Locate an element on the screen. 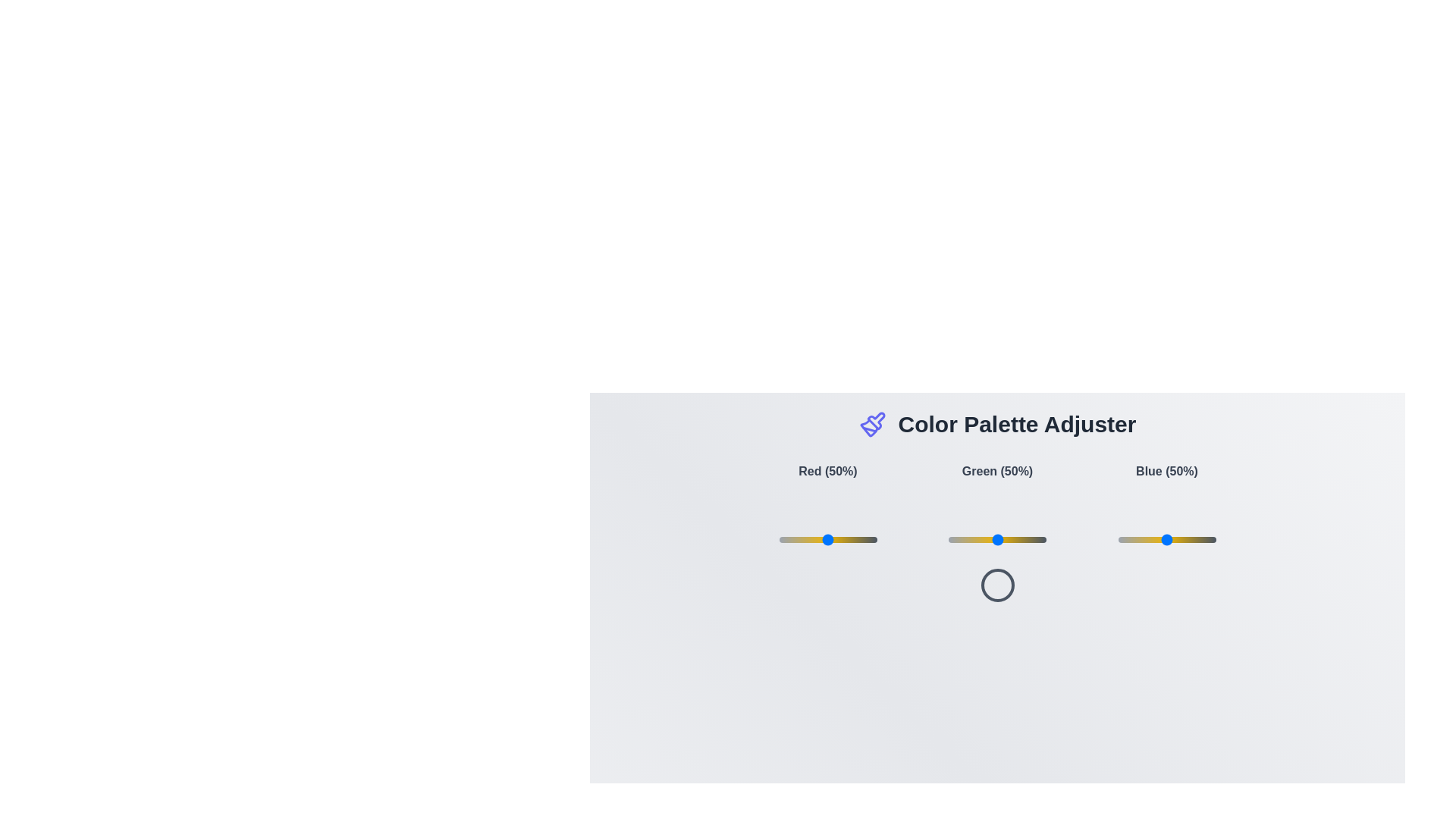 This screenshot has width=1456, height=819. the green slider to 62% is located at coordinates (1009, 539).